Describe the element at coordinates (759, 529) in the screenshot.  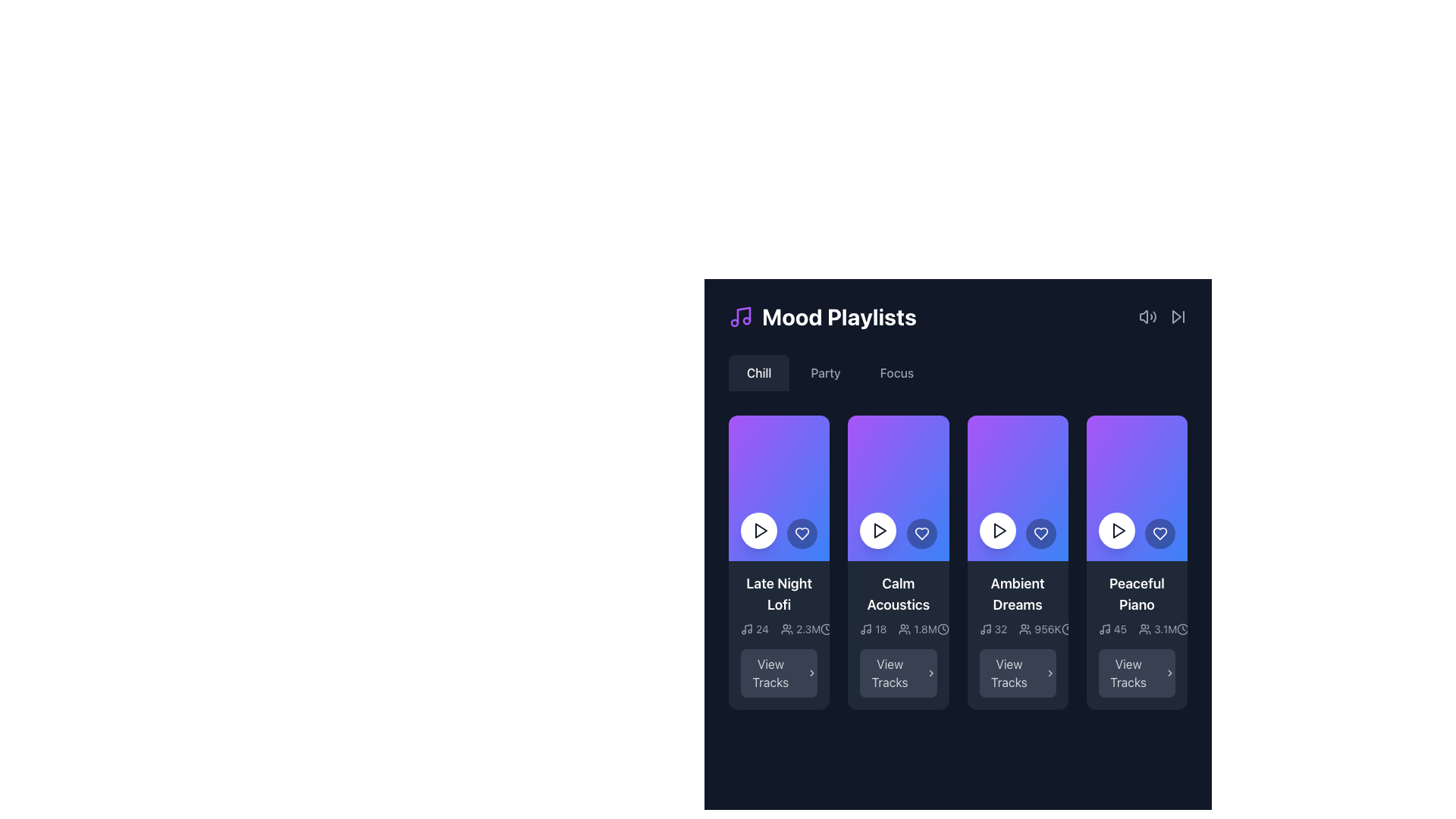
I see `the circular button with a white background and triangular play icon, located centrally in the first playlist card, to trigger the enlargement effect` at that location.